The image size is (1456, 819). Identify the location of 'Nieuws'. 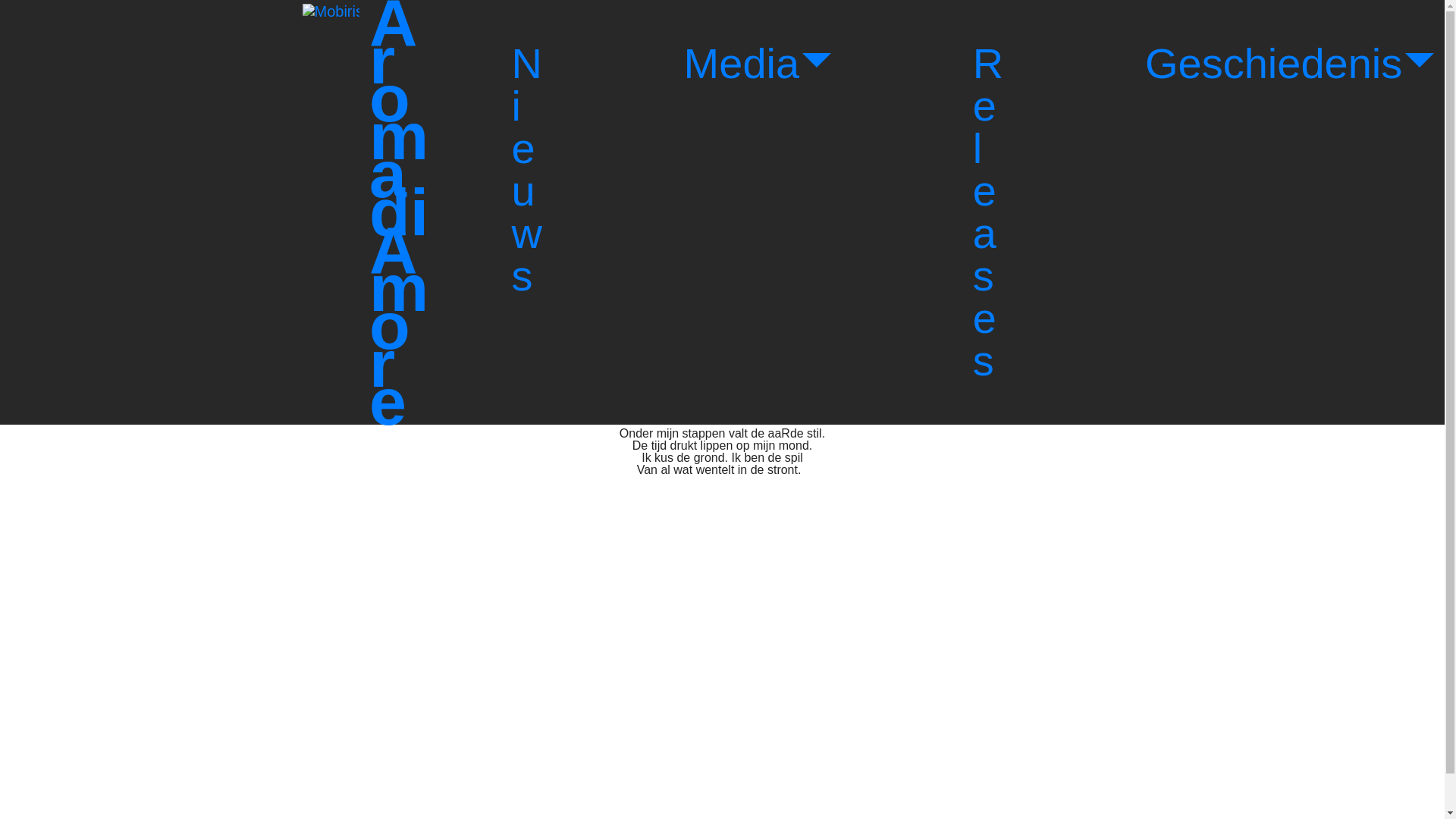
(526, 170).